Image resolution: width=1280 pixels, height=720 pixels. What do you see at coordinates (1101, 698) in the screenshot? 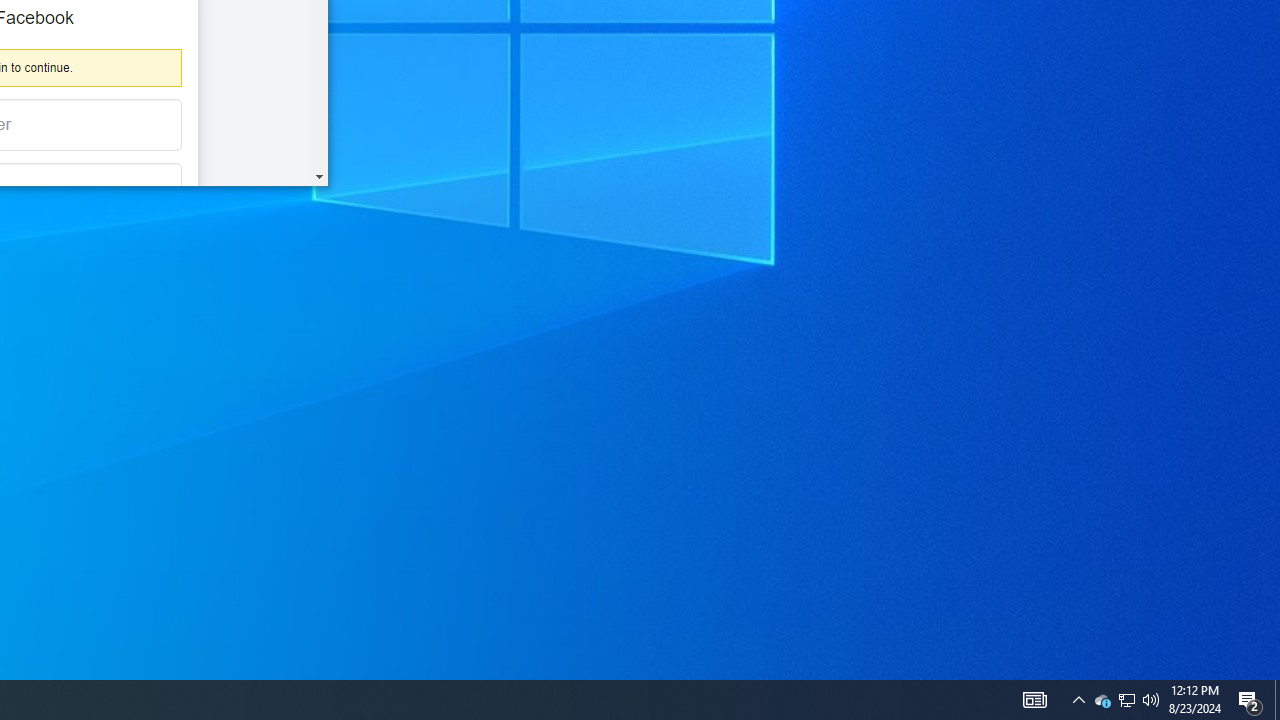
I see `'Q2790: 100%'` at bounding box center [1101, 698].